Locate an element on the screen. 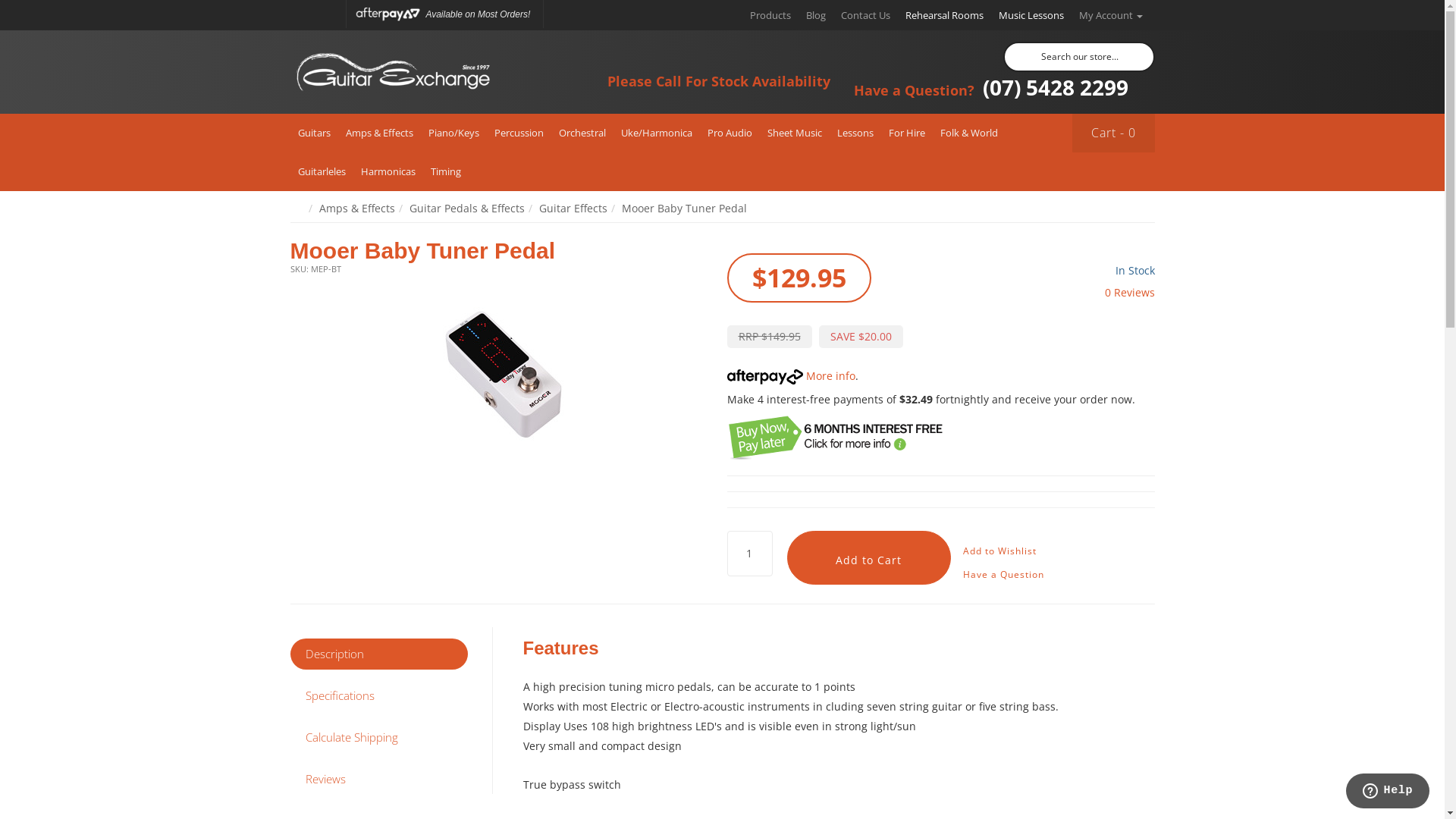  'More info' is located at coordinates (789, 375).